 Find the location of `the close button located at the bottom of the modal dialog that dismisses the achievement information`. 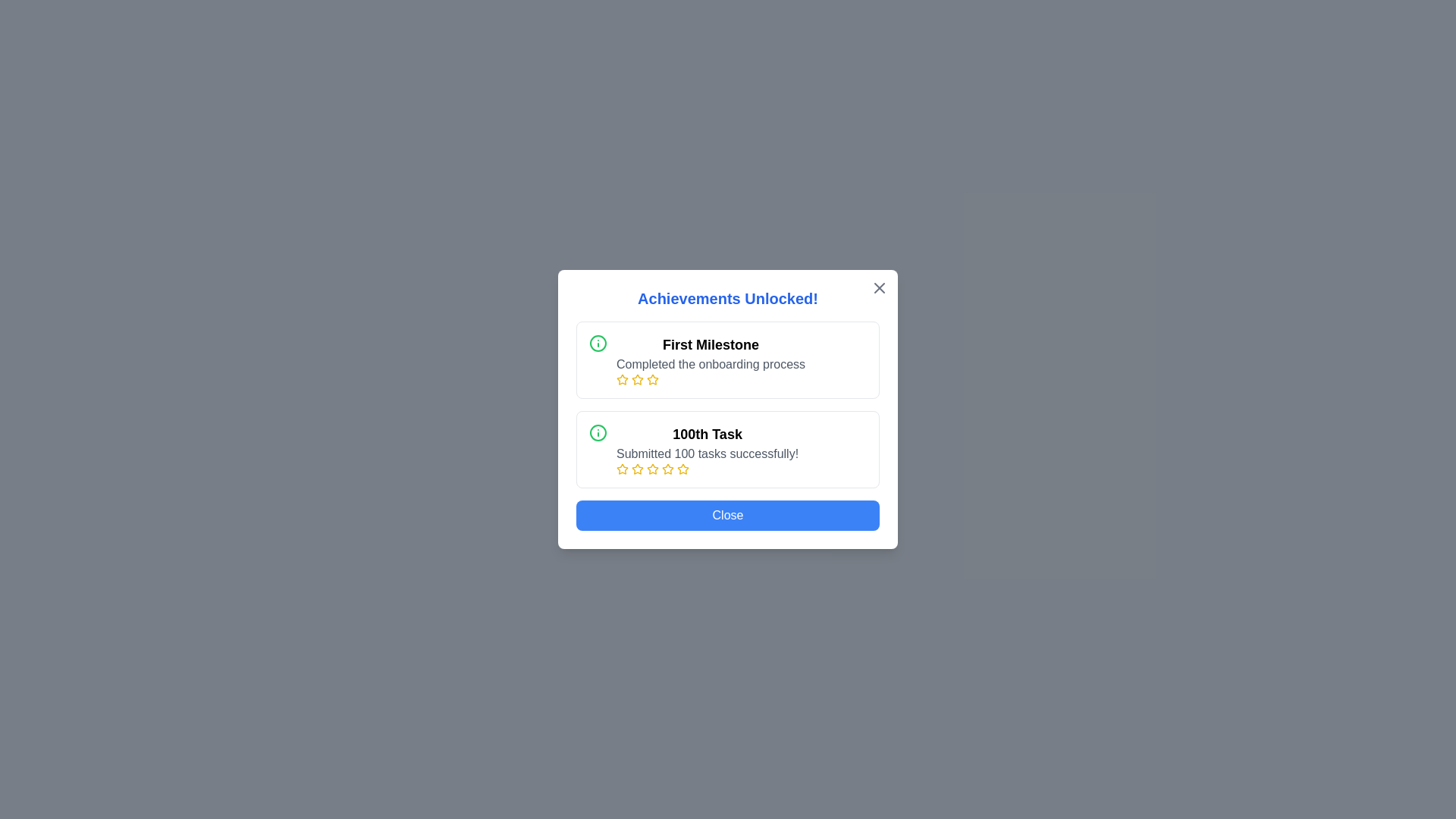

the close button located at the bottom of the modal dialog that dismisses the achievement information is located at coordinates (728, 514).